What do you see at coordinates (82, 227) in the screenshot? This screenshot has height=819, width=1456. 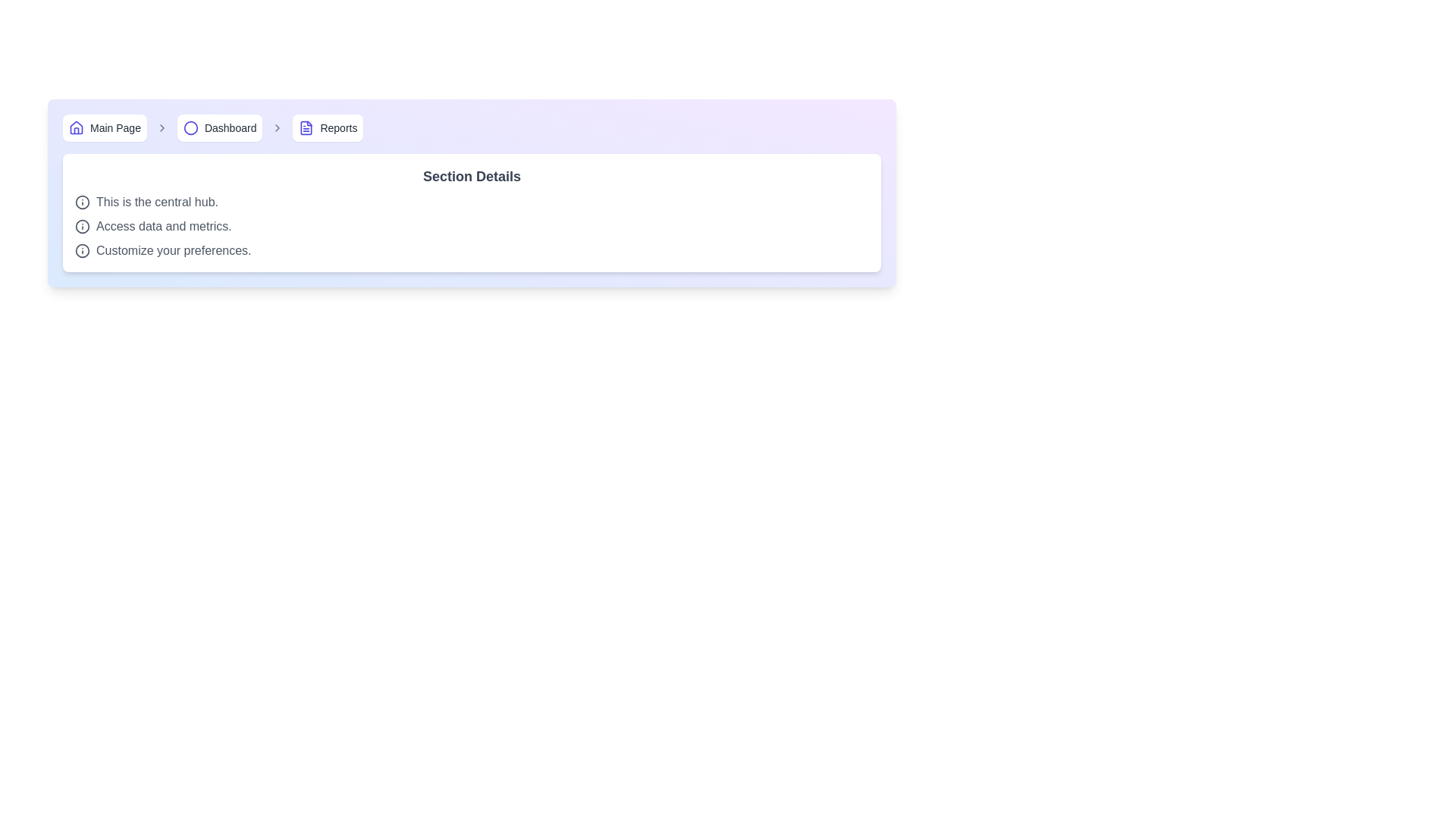 I see `the center of the informational icon styled as a circled 'i', which is located to the left of the text 'Access data and metrics.'` at bounding box center [82, 227].